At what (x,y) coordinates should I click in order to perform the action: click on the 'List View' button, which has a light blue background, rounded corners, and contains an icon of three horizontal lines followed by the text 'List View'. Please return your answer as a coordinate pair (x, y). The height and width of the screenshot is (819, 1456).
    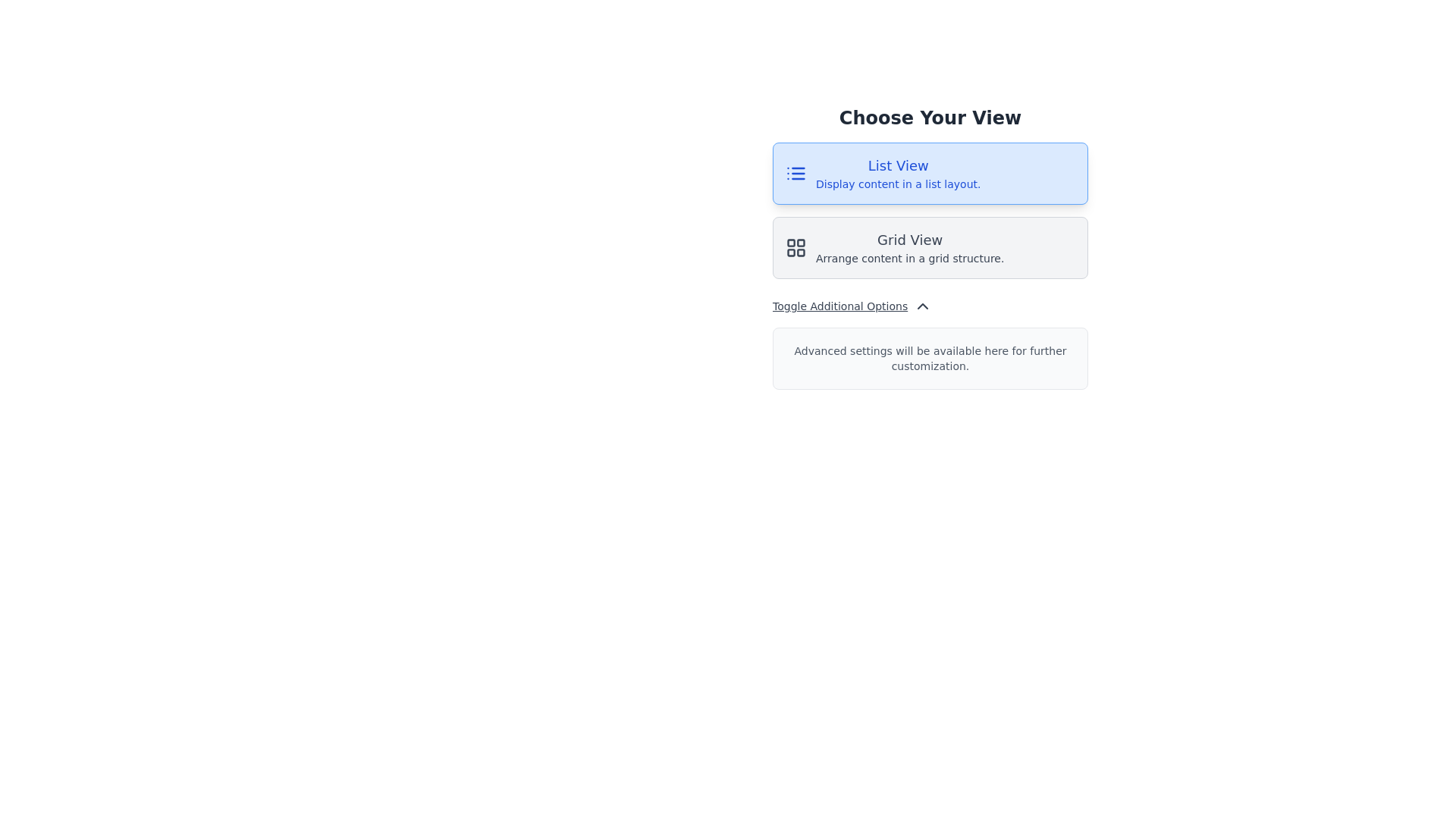
    Looking at the image, I should click on (930, 172).